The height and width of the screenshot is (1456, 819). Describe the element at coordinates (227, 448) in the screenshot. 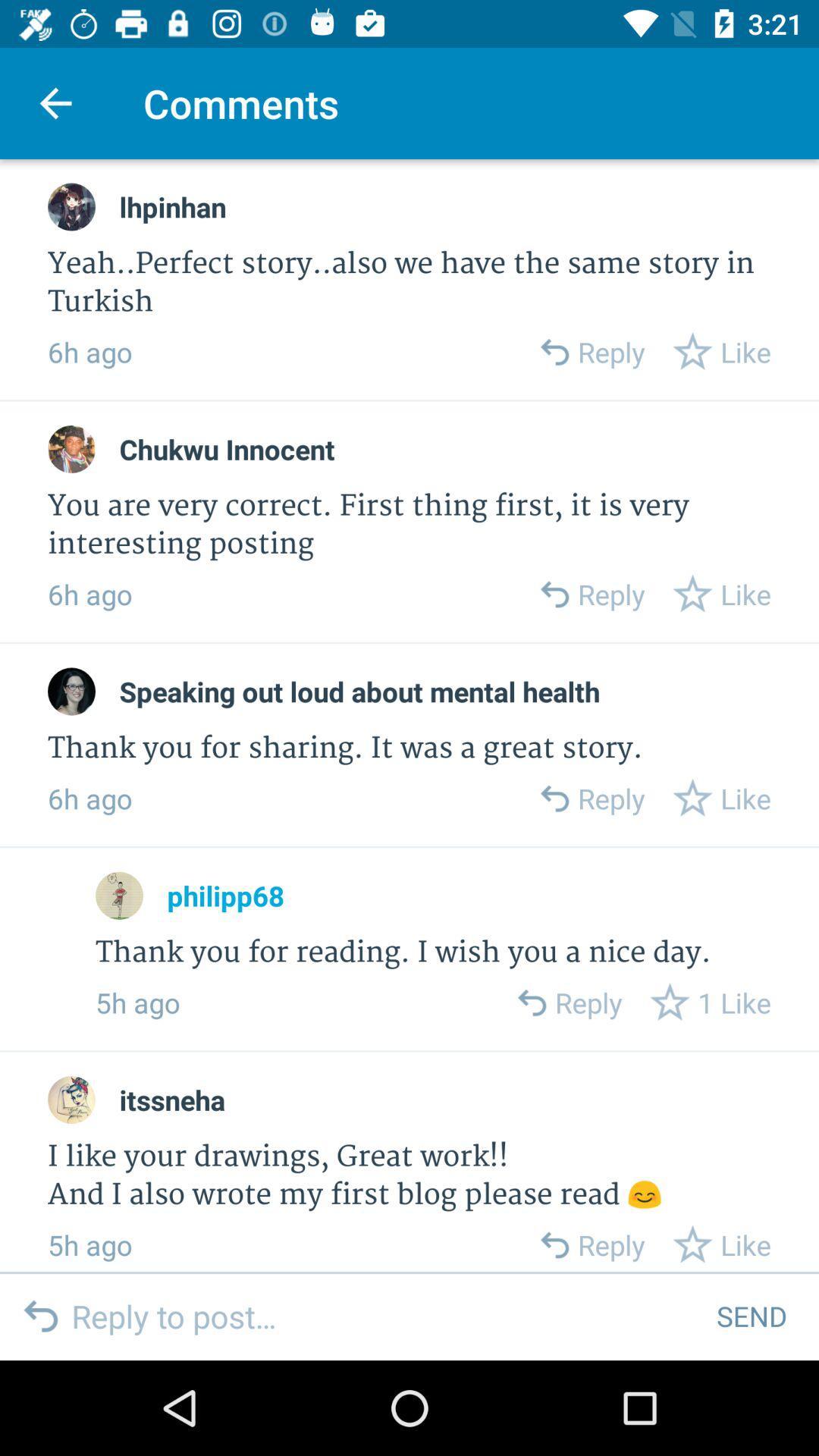

I see `icon below 6h ago item` at that location.